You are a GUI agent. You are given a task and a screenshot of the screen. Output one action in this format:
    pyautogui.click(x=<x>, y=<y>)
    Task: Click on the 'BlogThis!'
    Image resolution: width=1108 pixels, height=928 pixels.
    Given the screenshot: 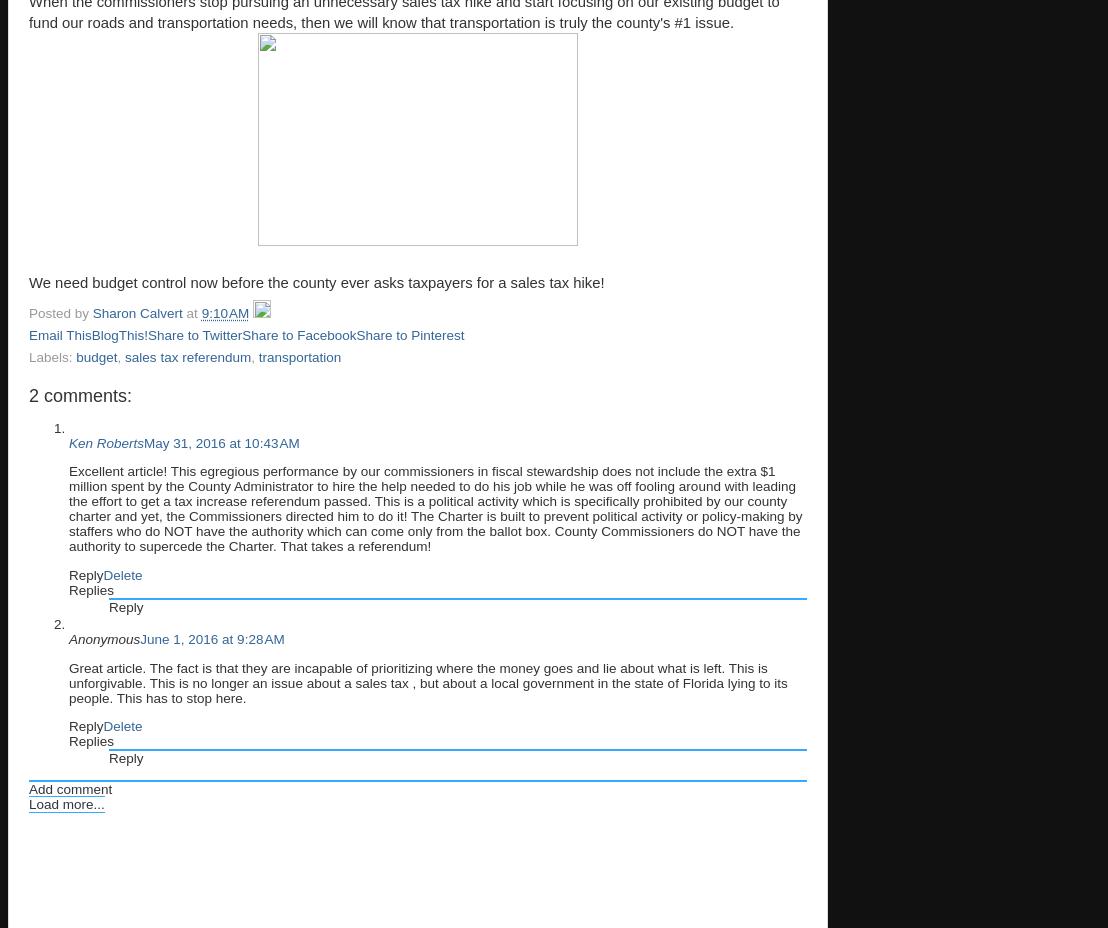 What is the action you would take?
    pyautogui.click(x=119, y=334)
    